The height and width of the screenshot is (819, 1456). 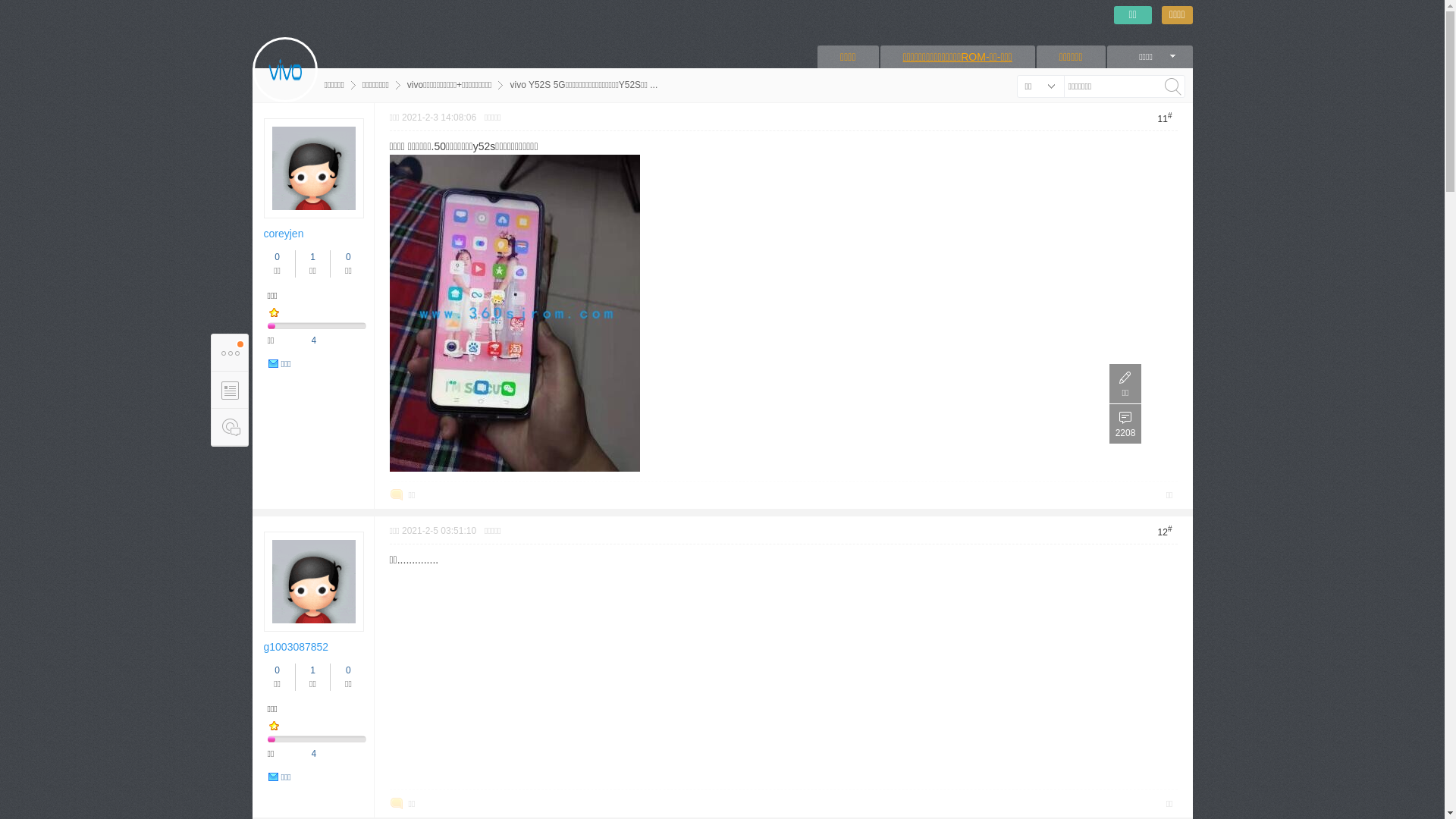 I want to click on '1', so click(x=312, y=256).